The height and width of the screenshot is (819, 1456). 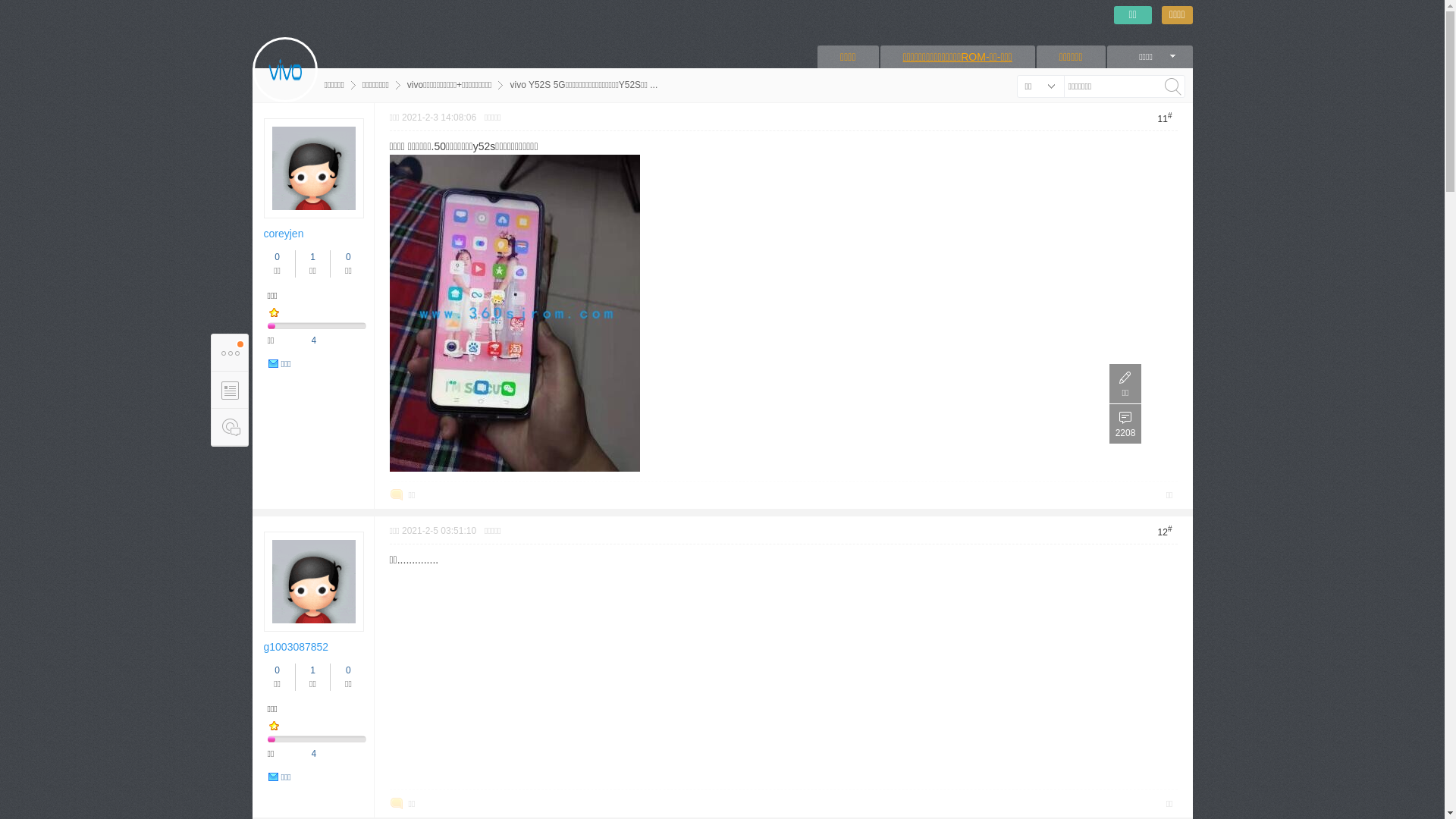 I want to click on '1', so click(x=312, y=256).